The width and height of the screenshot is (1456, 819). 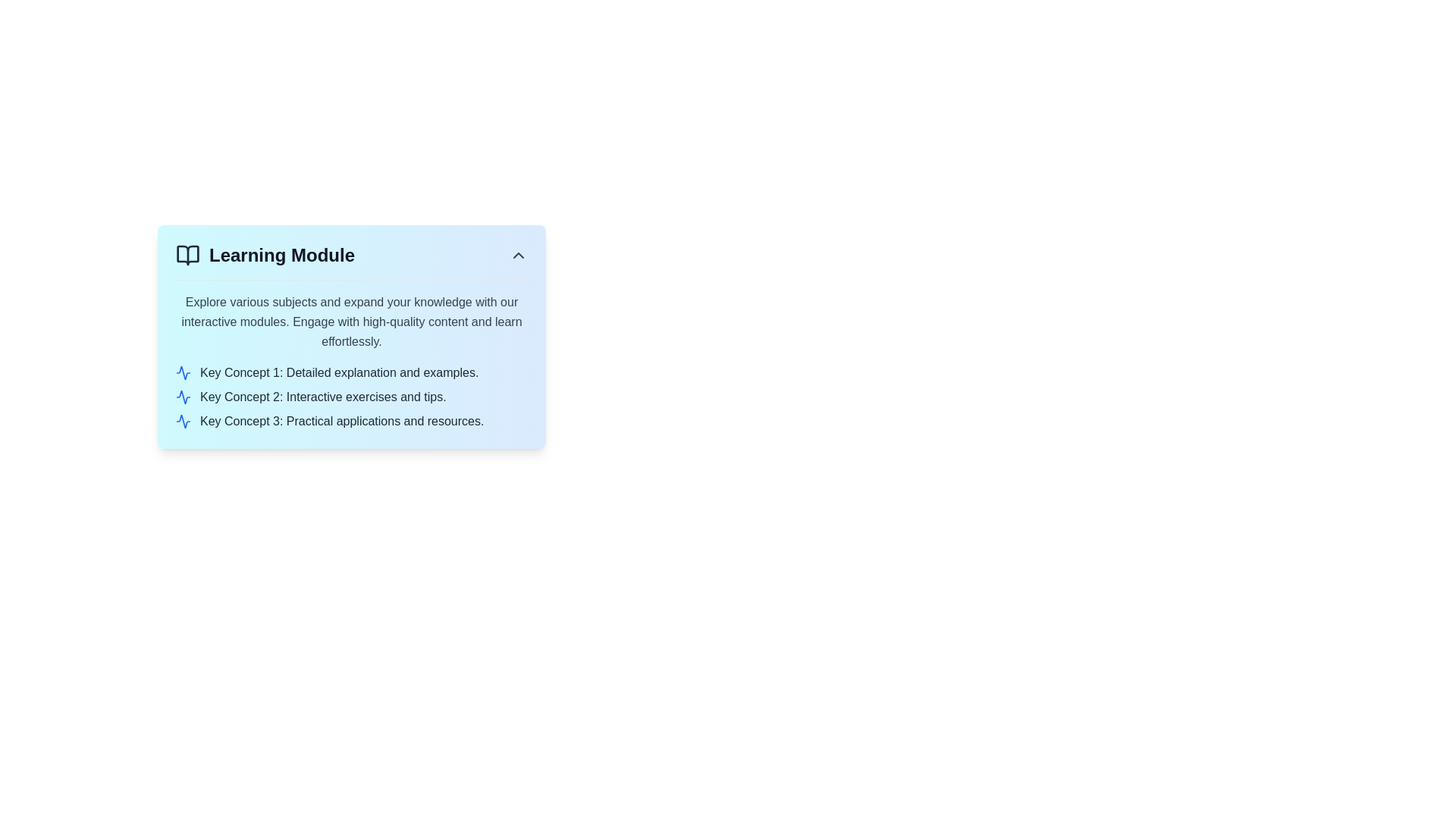 I want to click on the open book icon located, so click(x=187, y=254).